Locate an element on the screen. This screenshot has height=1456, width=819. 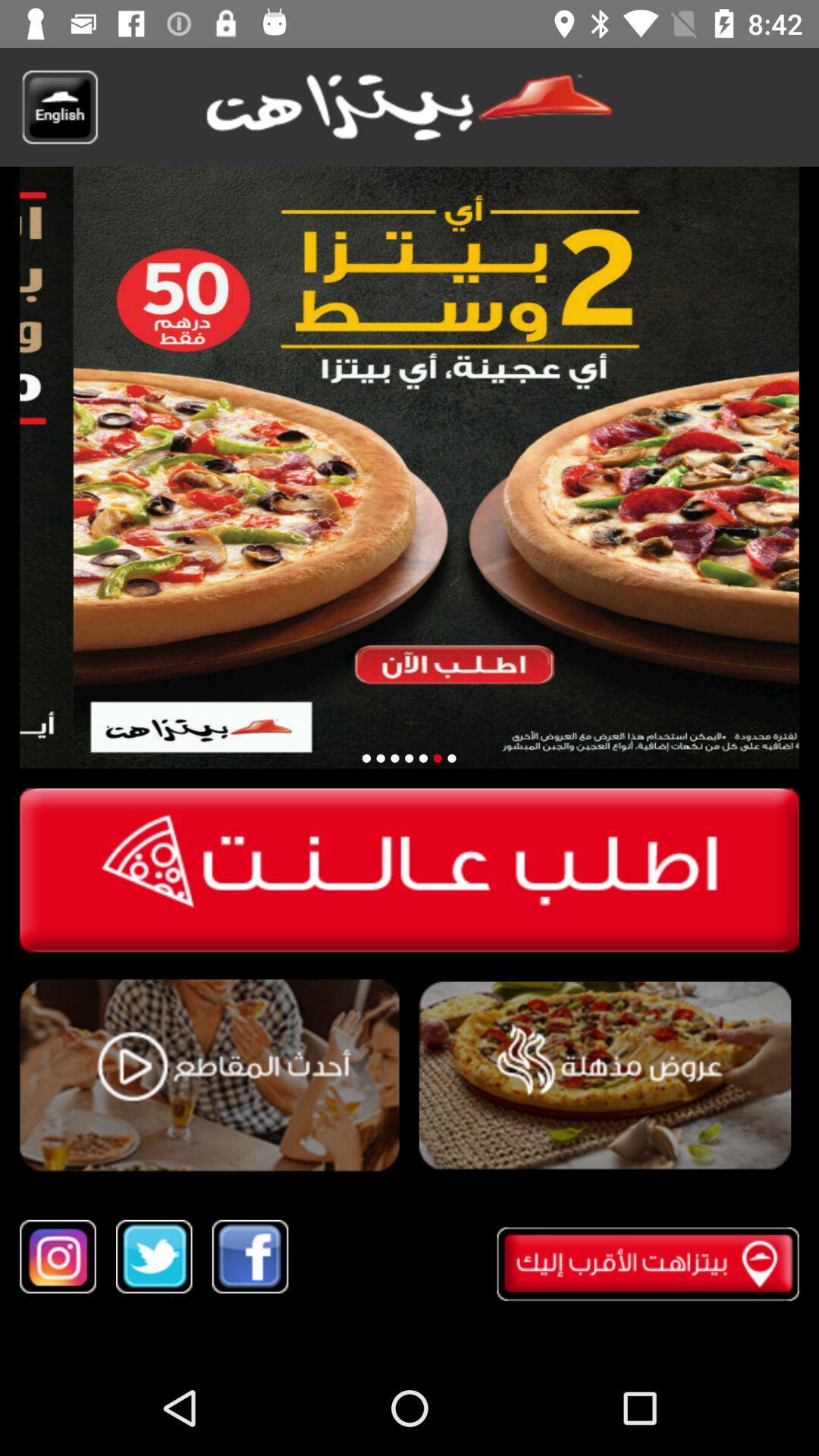
next details is located at coordinates (450, 758).